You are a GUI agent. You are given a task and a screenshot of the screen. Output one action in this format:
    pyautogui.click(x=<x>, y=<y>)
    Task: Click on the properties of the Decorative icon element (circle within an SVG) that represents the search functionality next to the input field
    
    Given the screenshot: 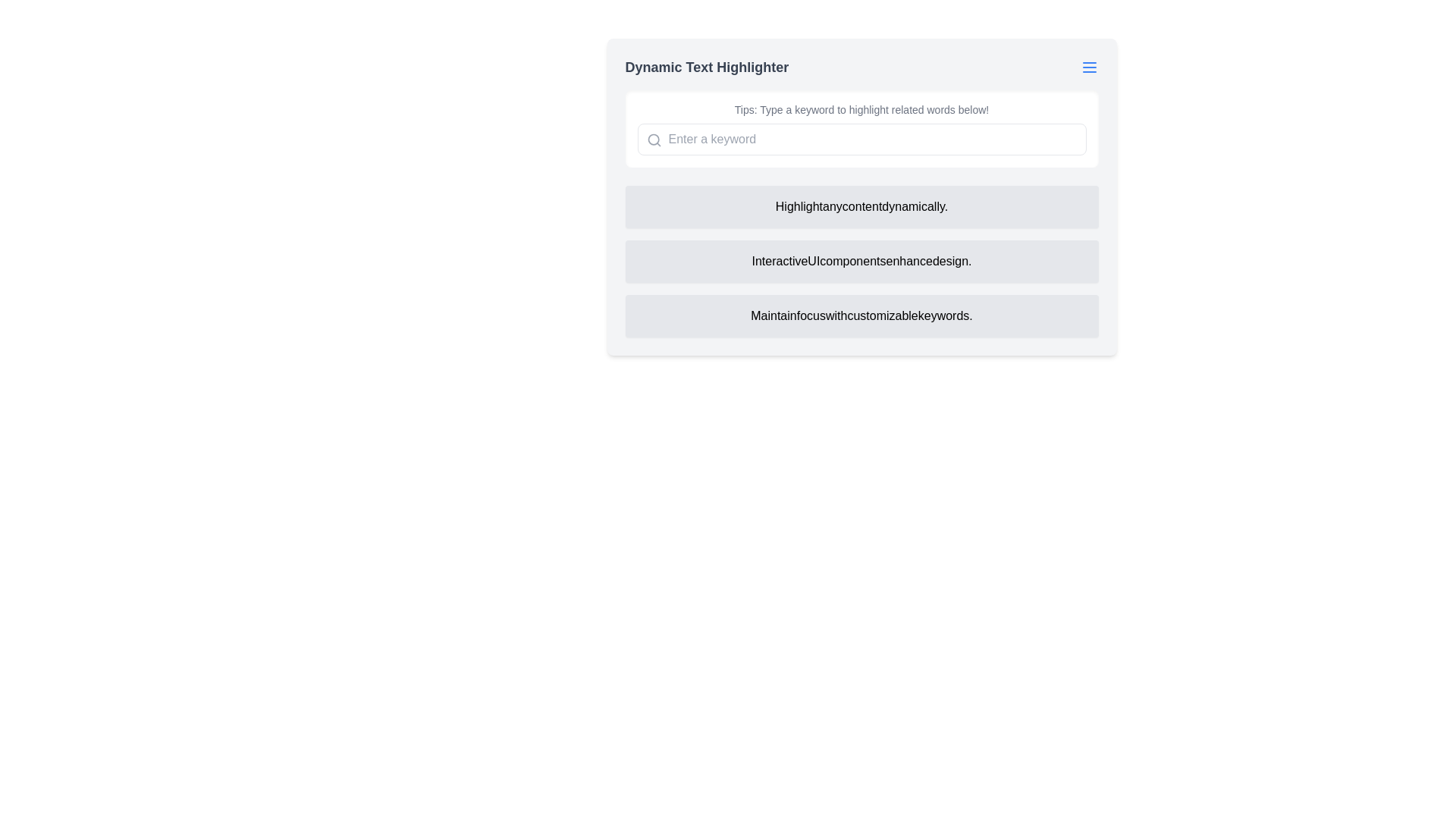 What is the action you would take?
    pyautogui.click(x=653, y=140)
    